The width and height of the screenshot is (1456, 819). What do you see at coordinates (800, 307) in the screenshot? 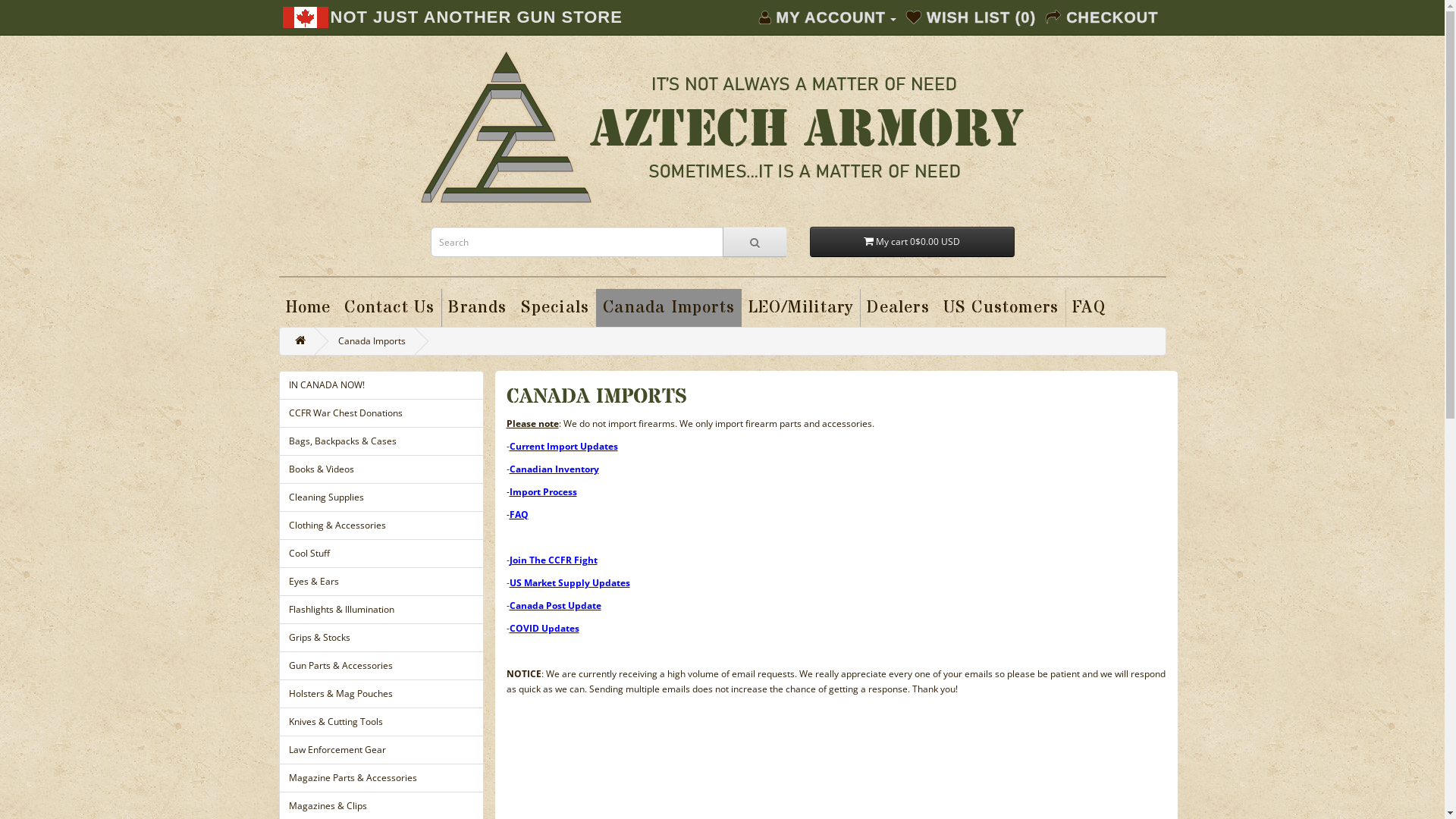
I see `'LEO/Military'` at bounding box center [800, 307].